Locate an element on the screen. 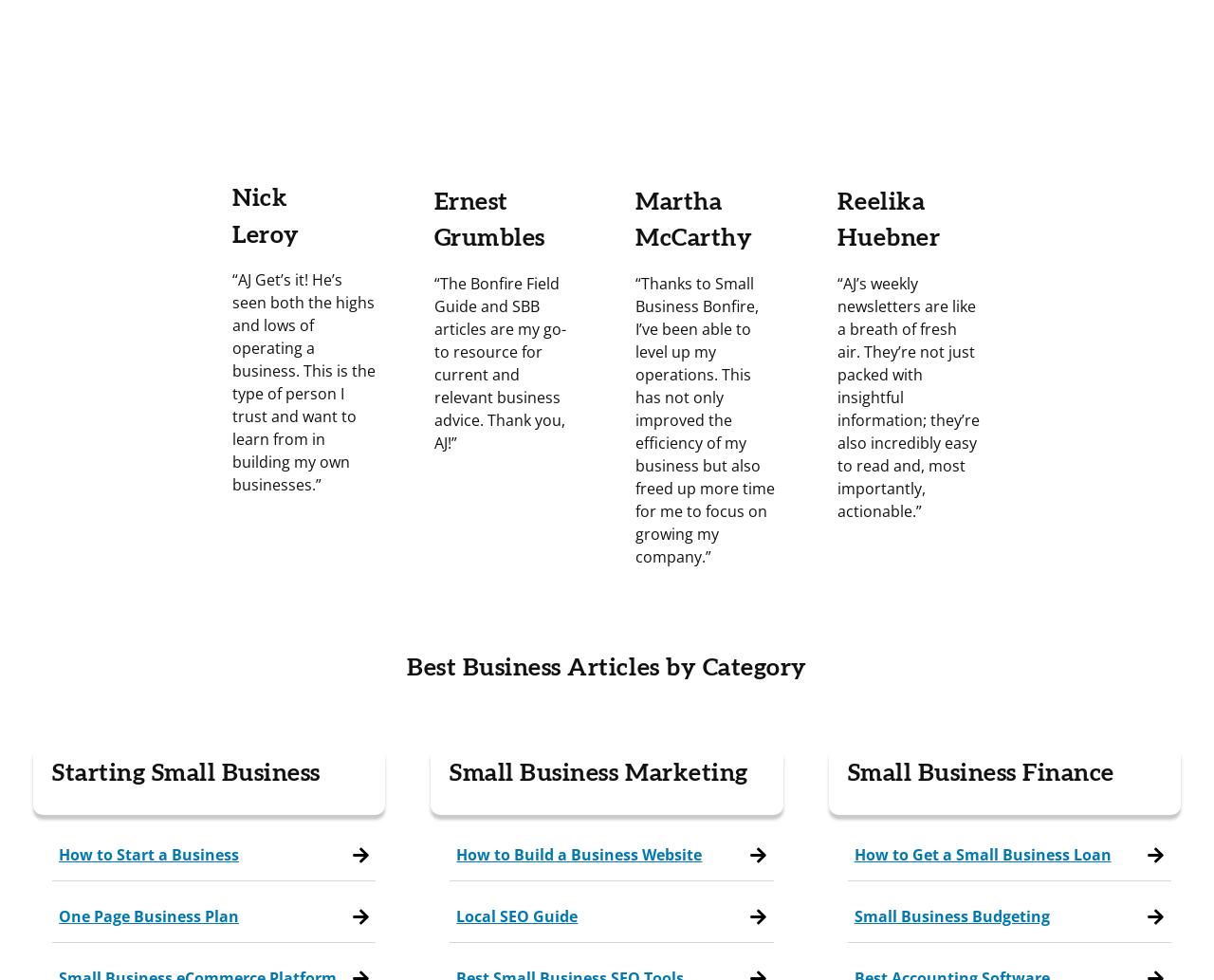 The height and width of the screenshot is (980, 1214). '“Thanks to Small Business Bonfire, I’ve been able to level up my operations. This has not only improved the efficiency of my business but also freed up more time for me to focus on growing my company.”' is located at coordinates (704, 419).